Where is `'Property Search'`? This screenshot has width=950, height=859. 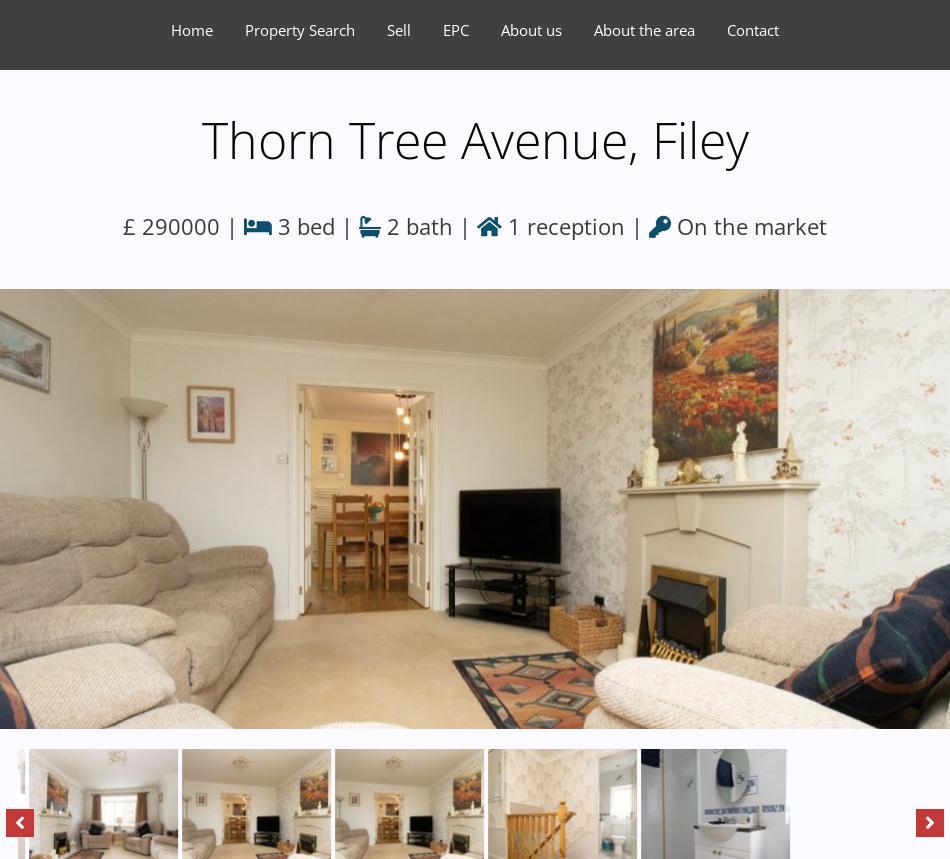 'Property Search' is located at coordinates (299, 29).